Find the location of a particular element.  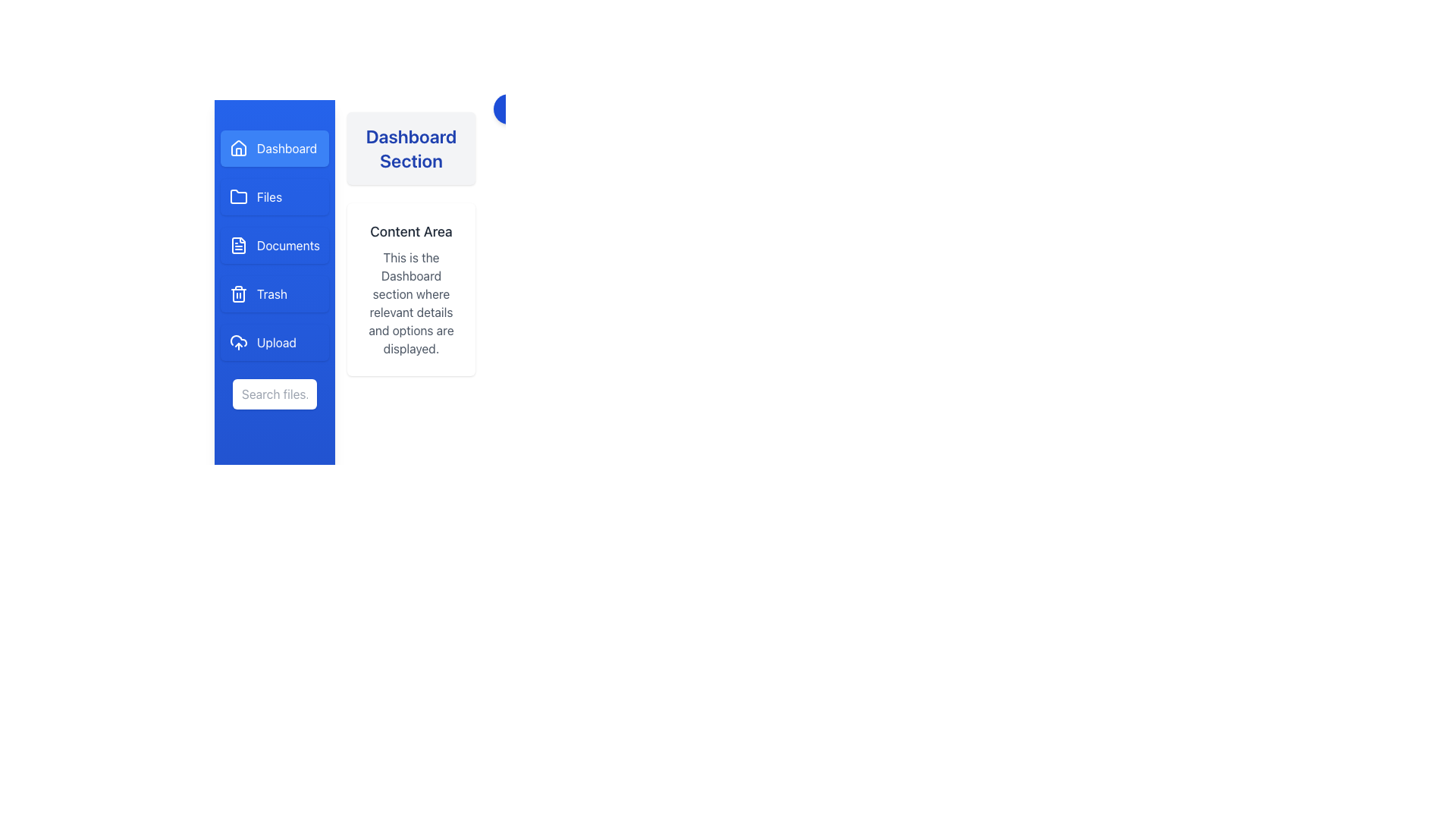

the Trash button located in the vertical menu on the left side of the interface, which is the fourth button from the top, using keyboard navigation is located at coordinates (275, 294).